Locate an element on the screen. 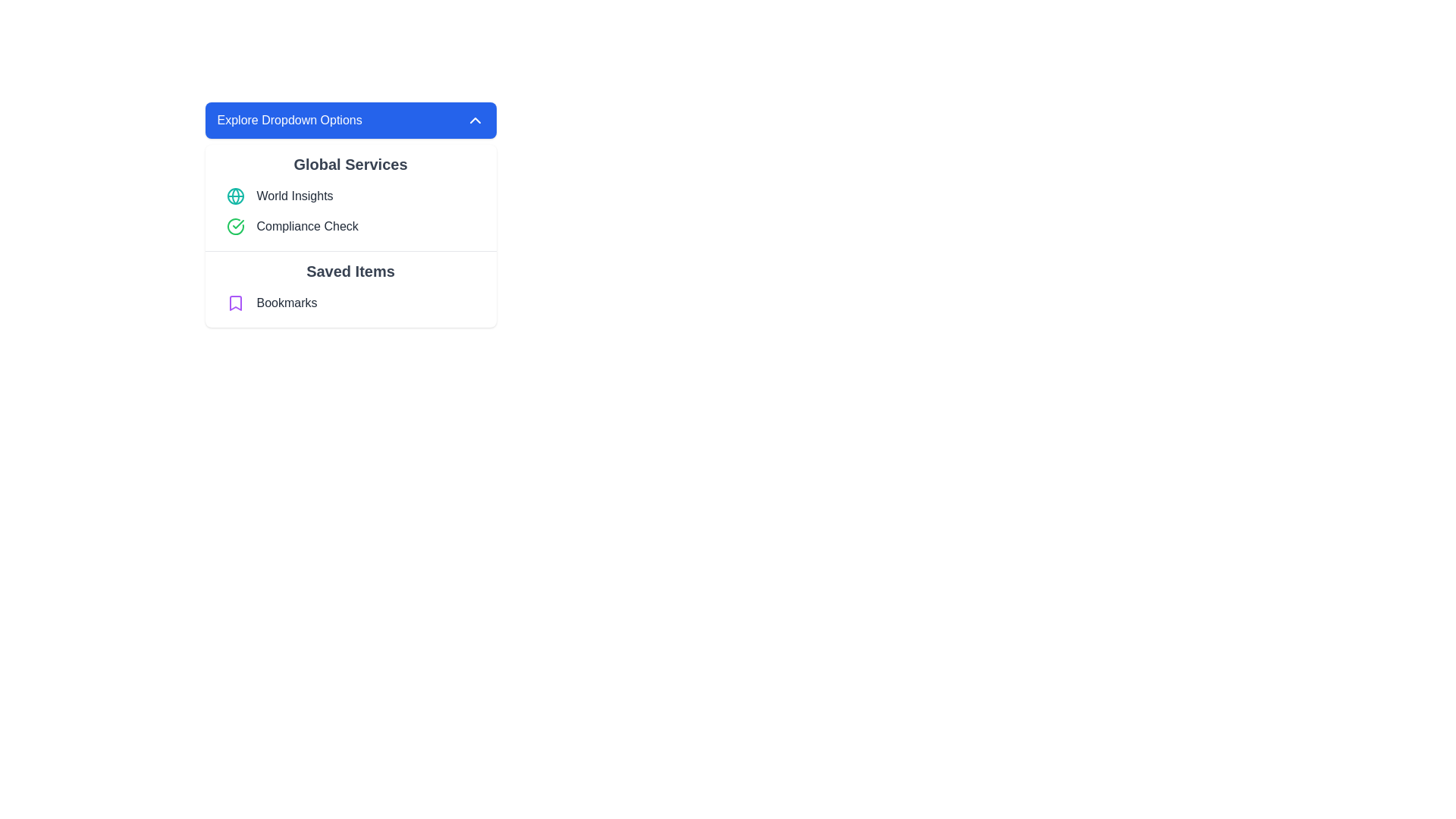  the green outlined checkmark icon located to the left of the 'Compliance Check' text in the dropdown menu under the 'Global Services' section is located at coordinates (234, 227).